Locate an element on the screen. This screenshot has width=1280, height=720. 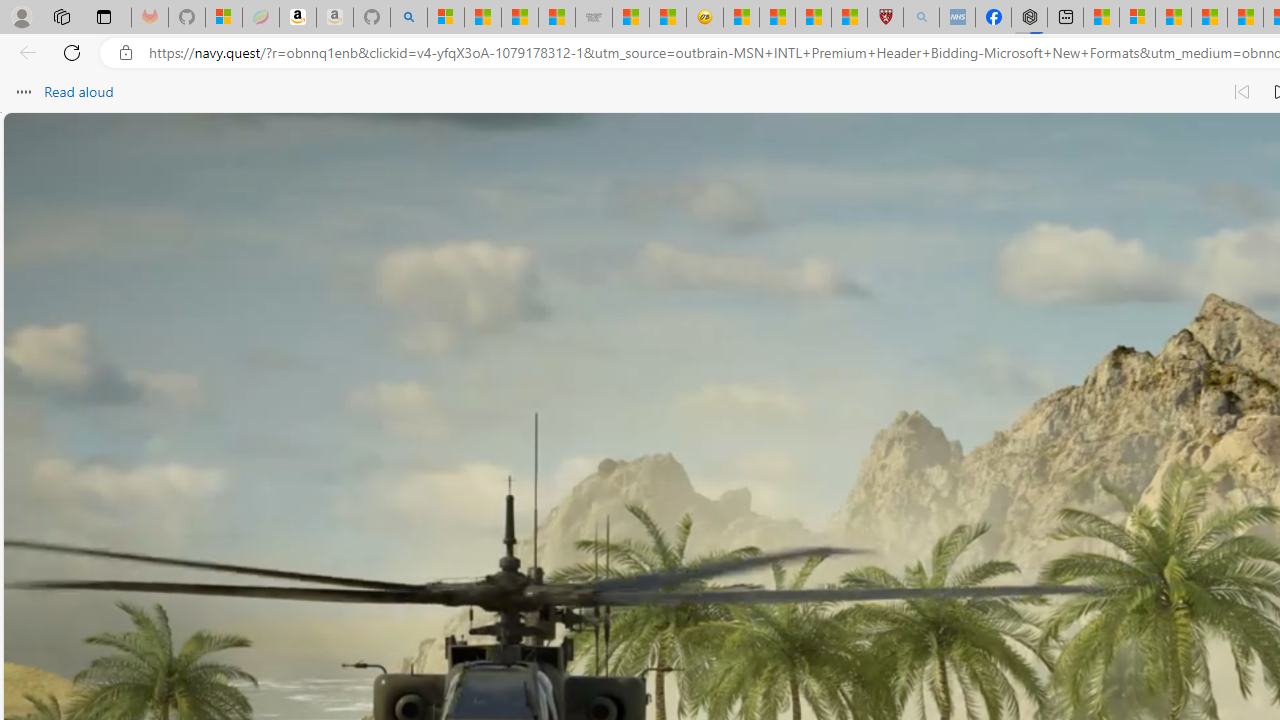
'Combat Siege' is located at coordinates (592, 17).